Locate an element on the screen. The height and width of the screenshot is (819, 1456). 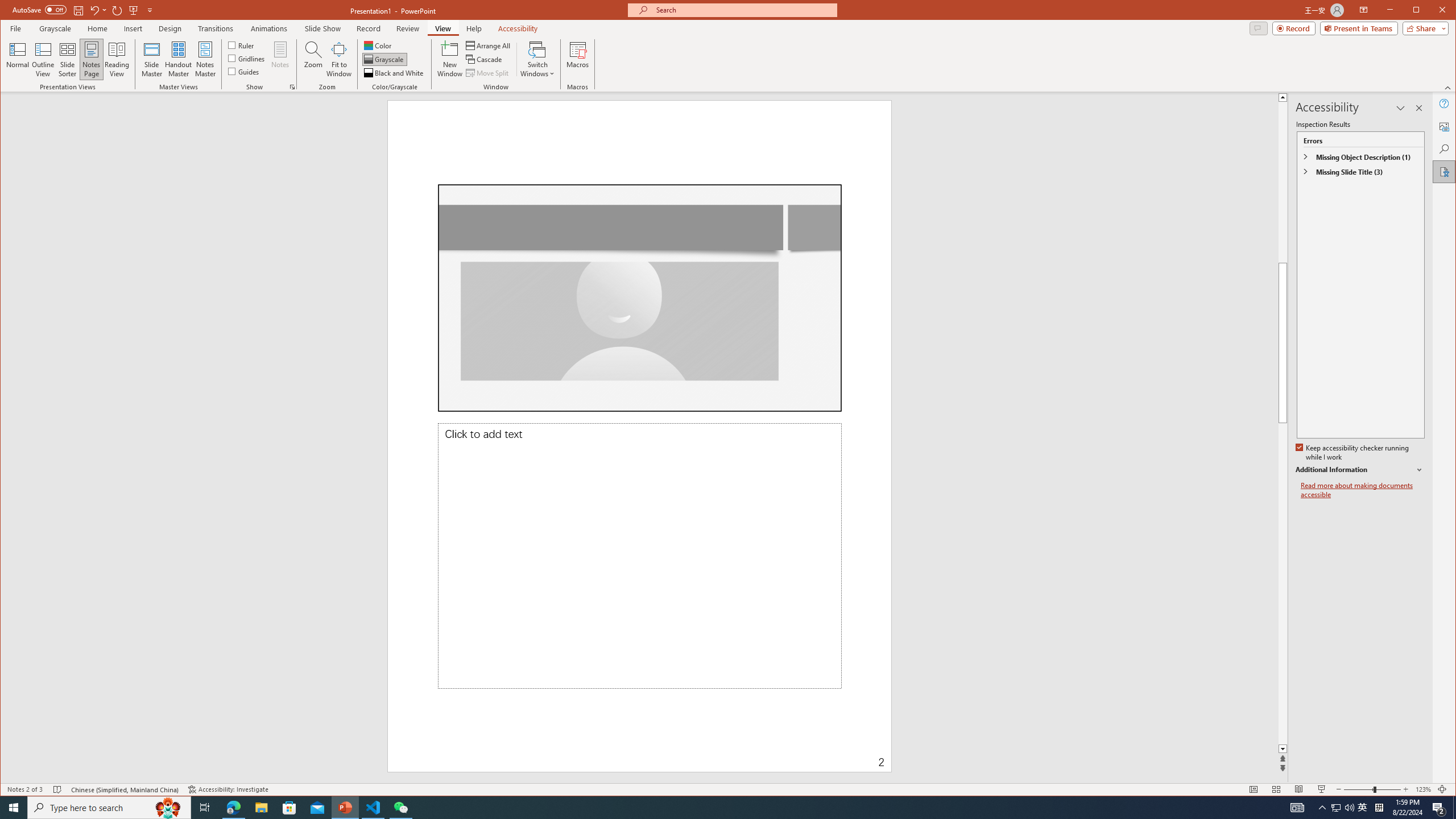
'Alt Text' is located at coordinates (1444, 126).